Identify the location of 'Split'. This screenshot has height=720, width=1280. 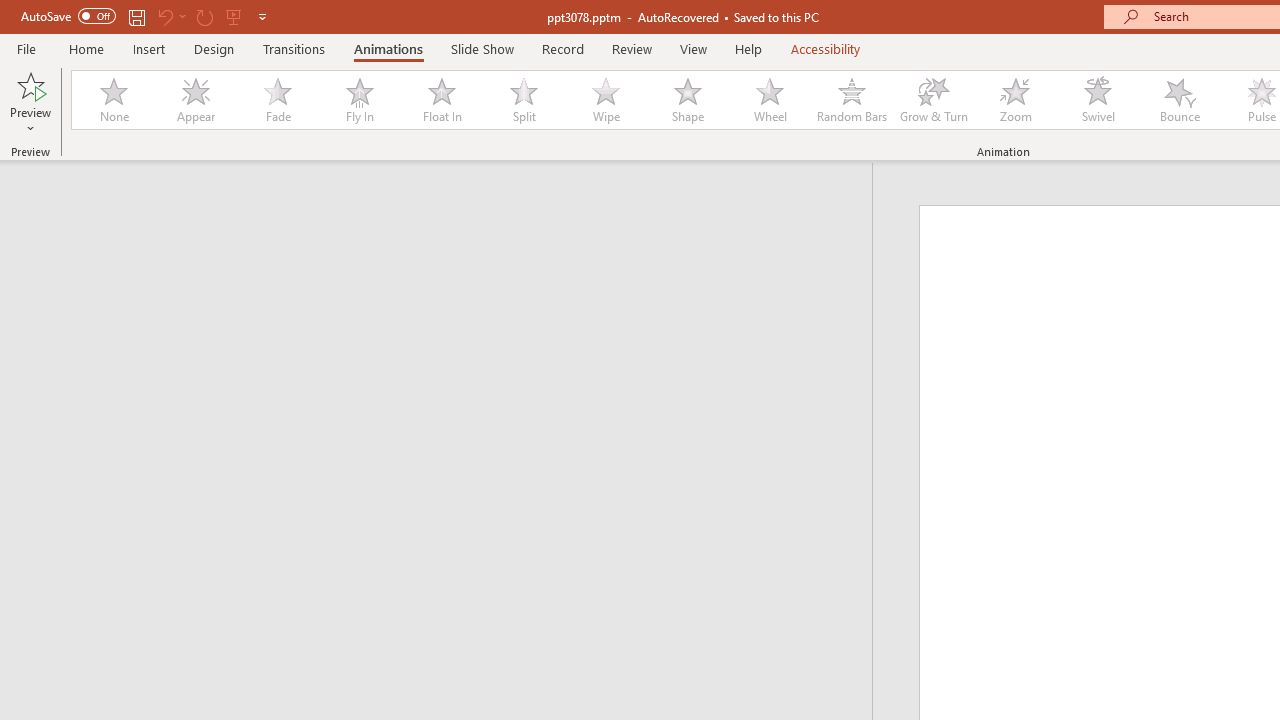
(523, 100).